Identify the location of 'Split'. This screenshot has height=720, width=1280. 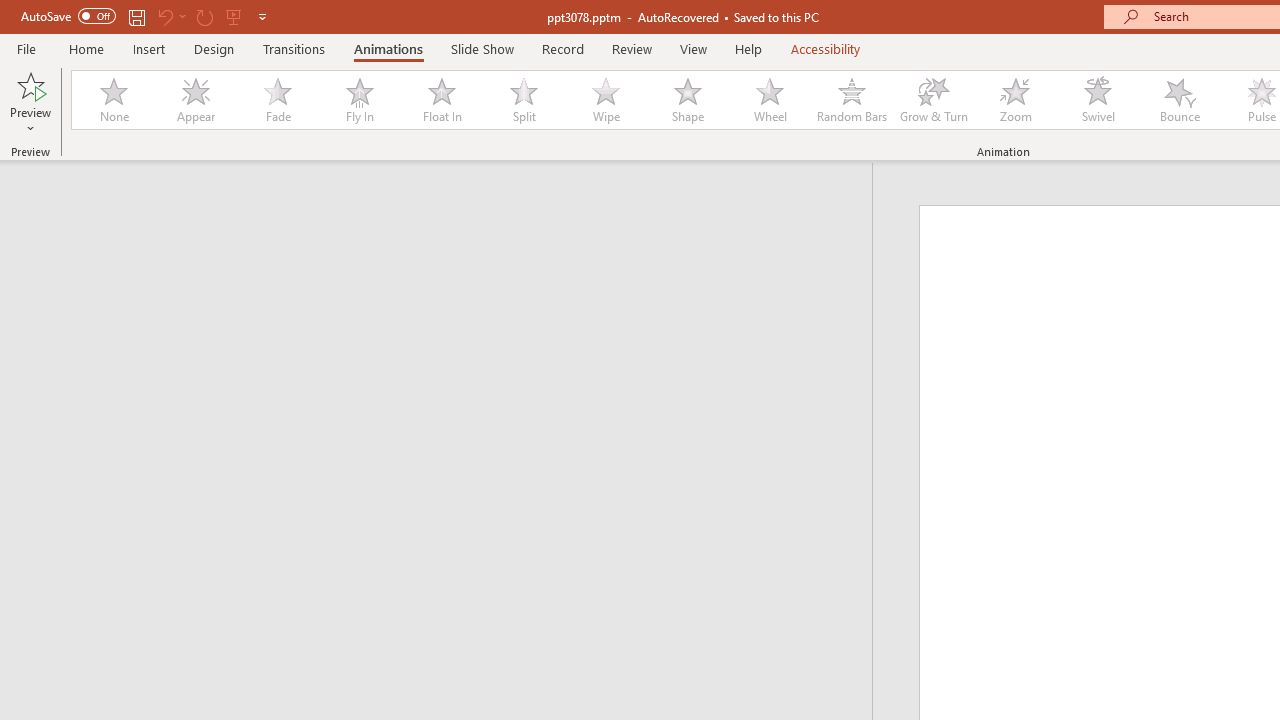
(523, 100).